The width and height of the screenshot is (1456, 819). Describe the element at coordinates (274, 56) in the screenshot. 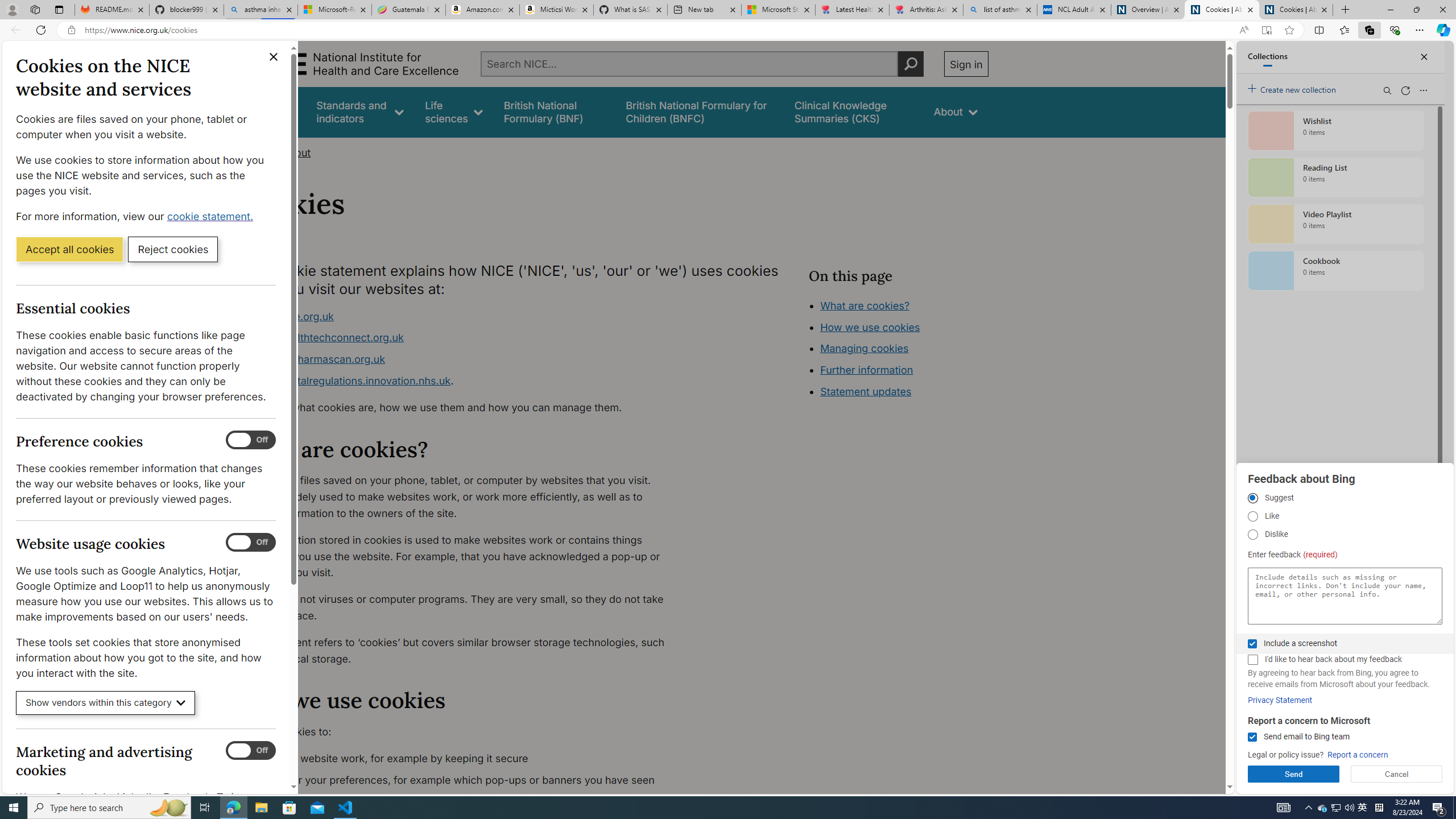

I see `'Close cookie banner'` at that location.